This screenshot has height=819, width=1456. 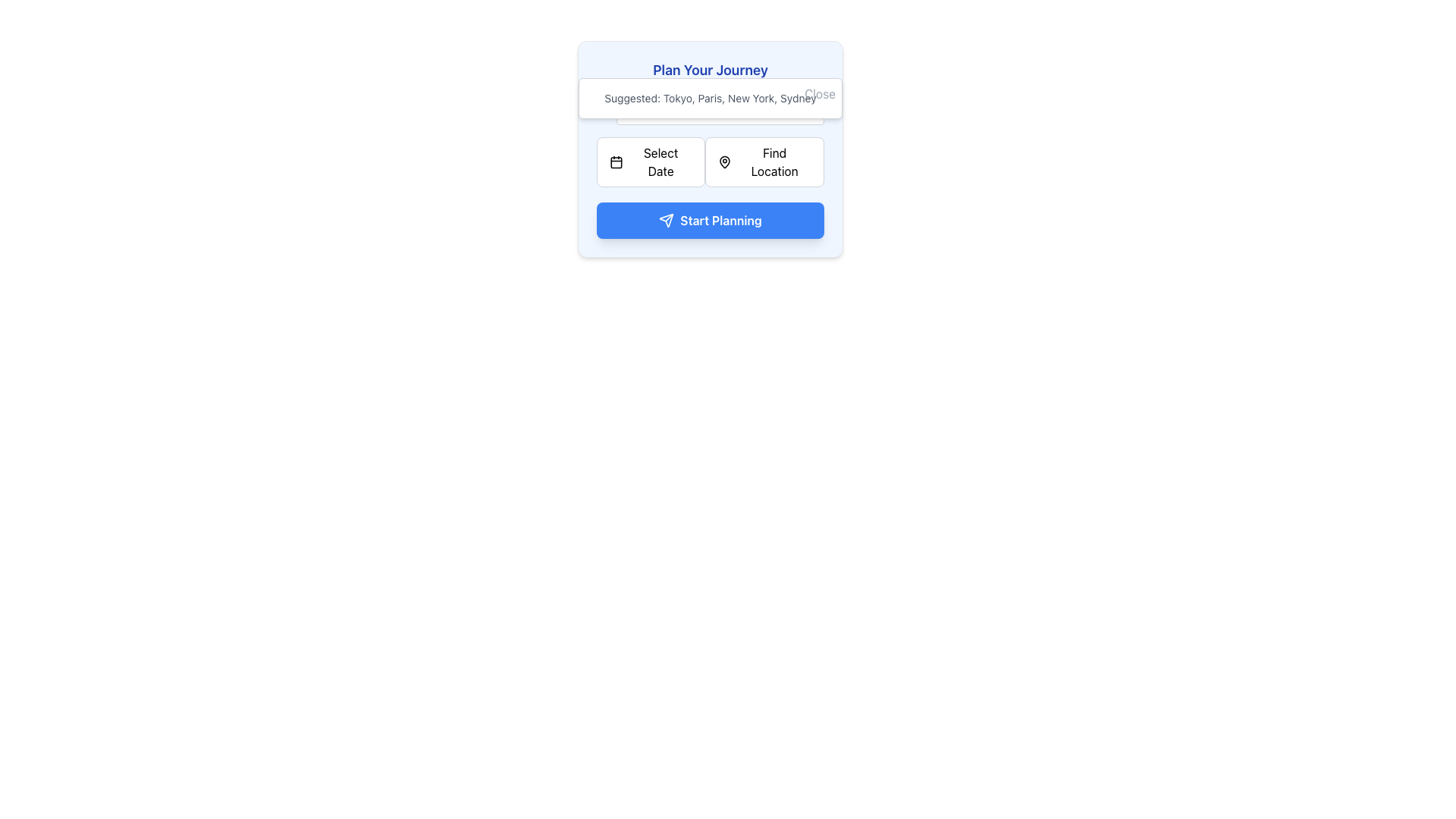 I want to click on the grayish SVG circle that is part of the magnifying glass icon located in the upper-left quadrant of the interface, specifically inside the input suggestion box under the header 'Plan Your Journey', so click(x=602, y=108).